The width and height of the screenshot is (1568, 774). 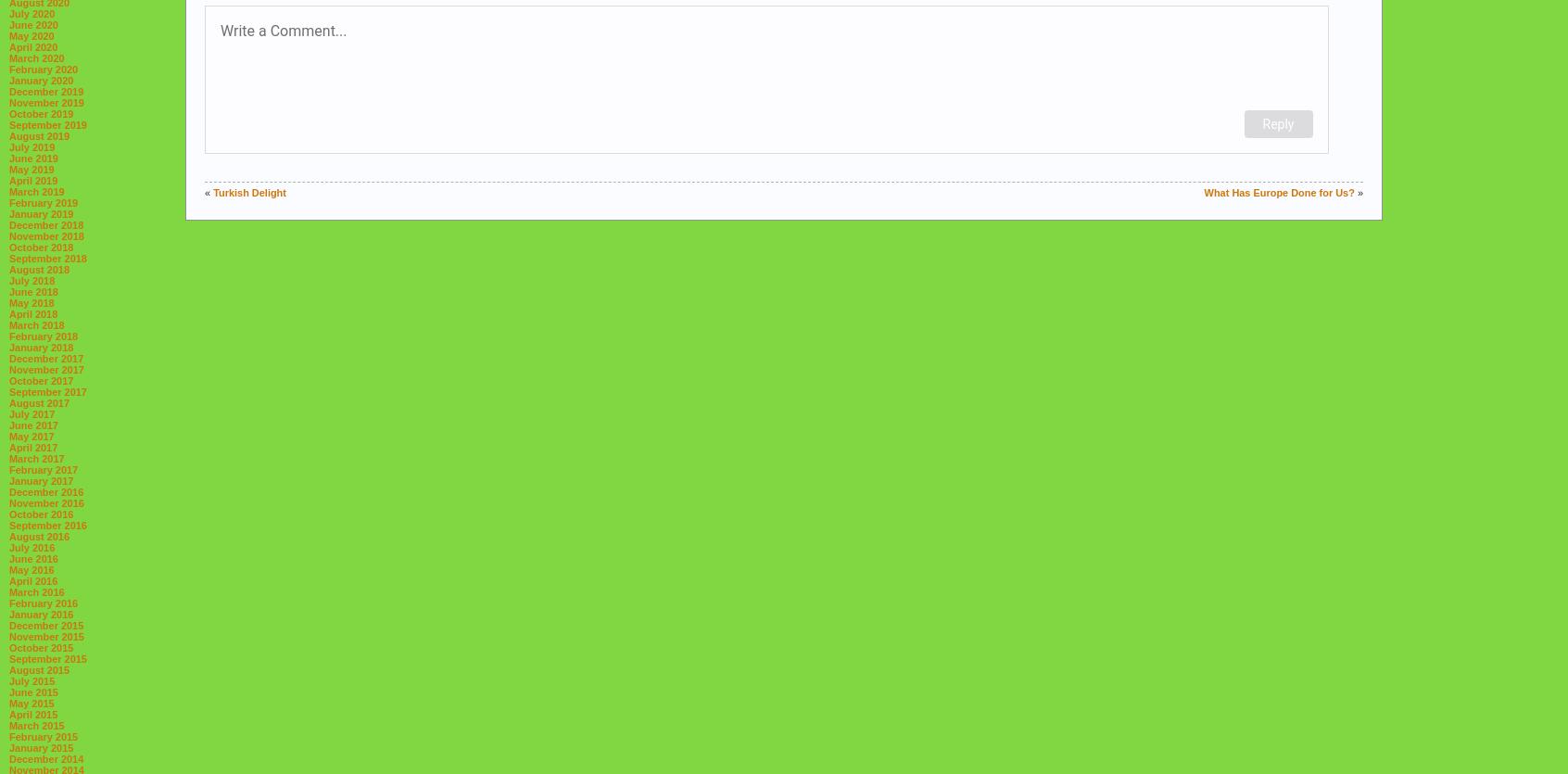 What do you see at coordinates (35, 191) in the screenshot?
I see `'March 2019'` at bounding box center [35, 191].